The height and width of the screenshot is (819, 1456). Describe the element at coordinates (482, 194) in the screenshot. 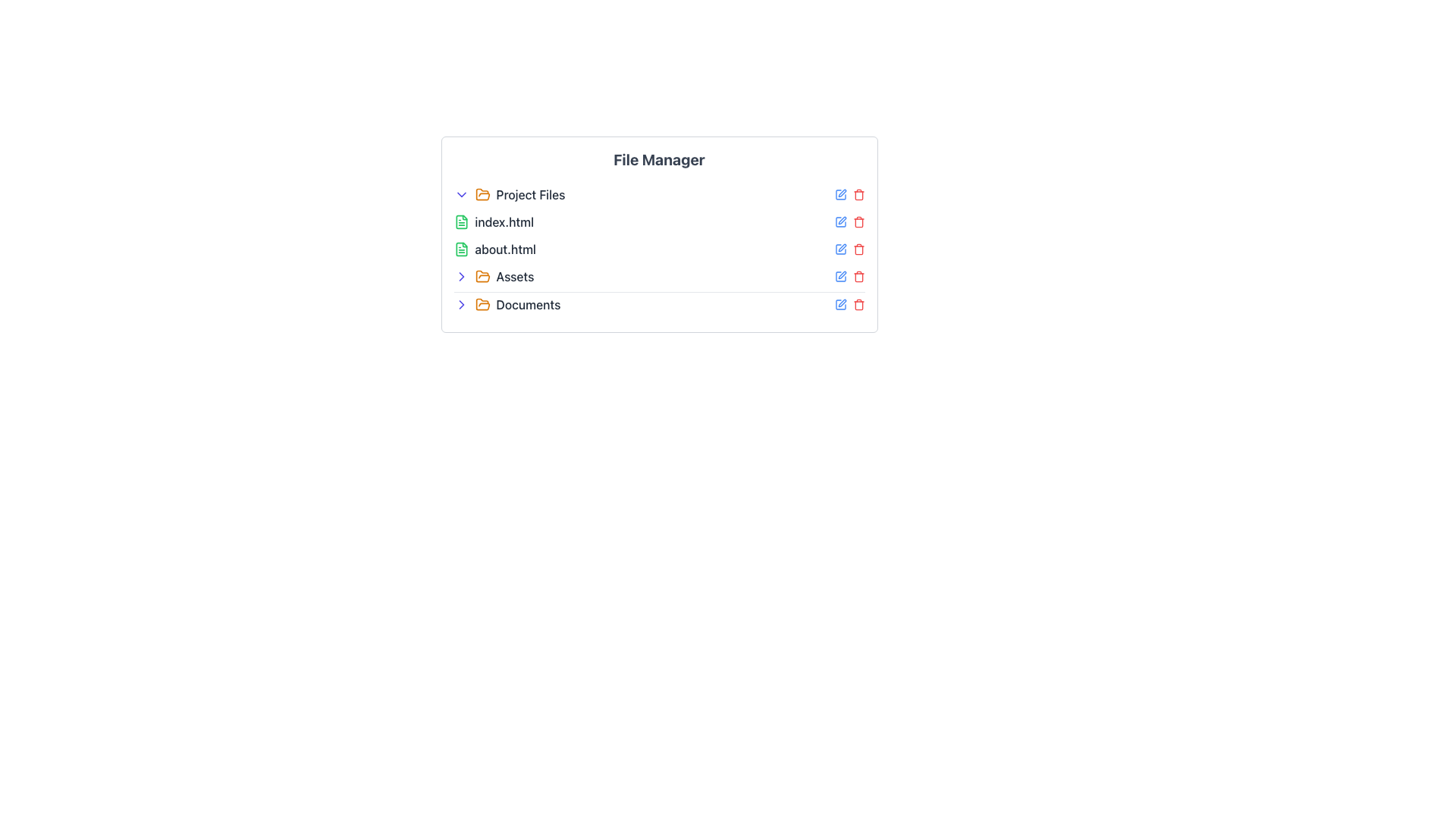

I see `the orange-colored folder icon located to the left of the 'Project Files' text` at that location.